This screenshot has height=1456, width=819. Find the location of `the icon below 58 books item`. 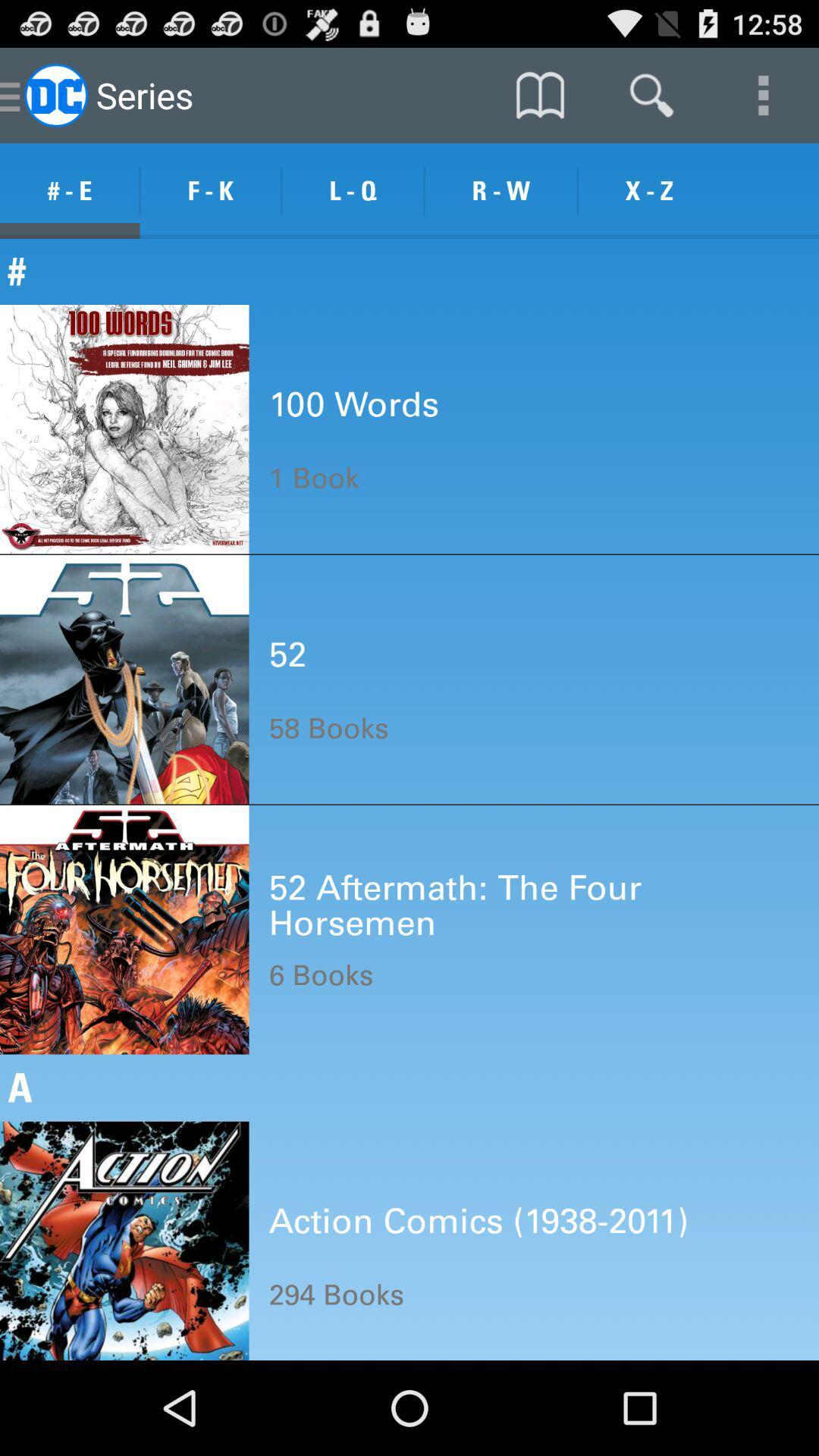

the icon below 58 books item is located at coordinates (533, 905).